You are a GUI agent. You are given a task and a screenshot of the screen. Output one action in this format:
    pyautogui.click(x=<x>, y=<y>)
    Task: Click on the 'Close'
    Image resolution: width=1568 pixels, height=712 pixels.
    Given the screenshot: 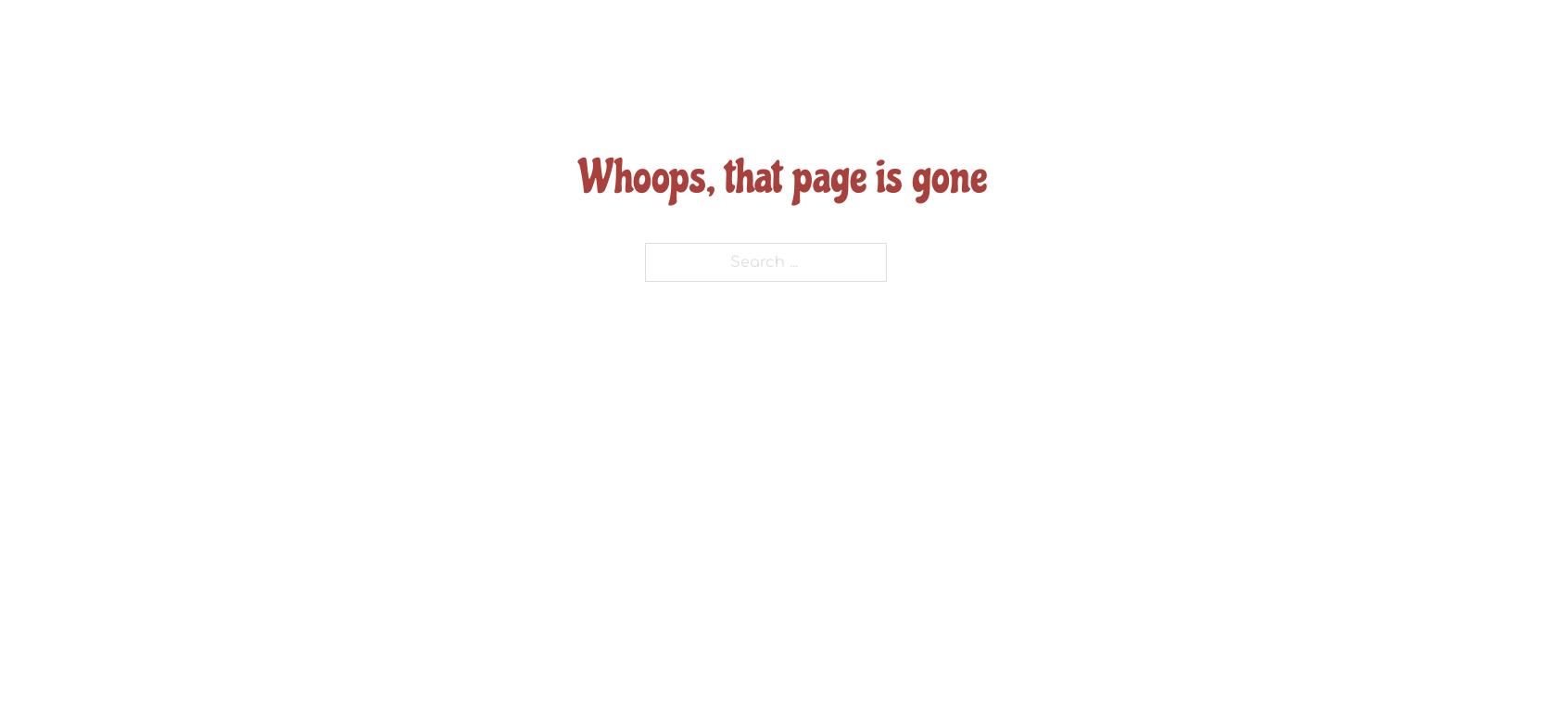 What is the action you would take?
    pyautogui.click(x=1220, y=23)
    